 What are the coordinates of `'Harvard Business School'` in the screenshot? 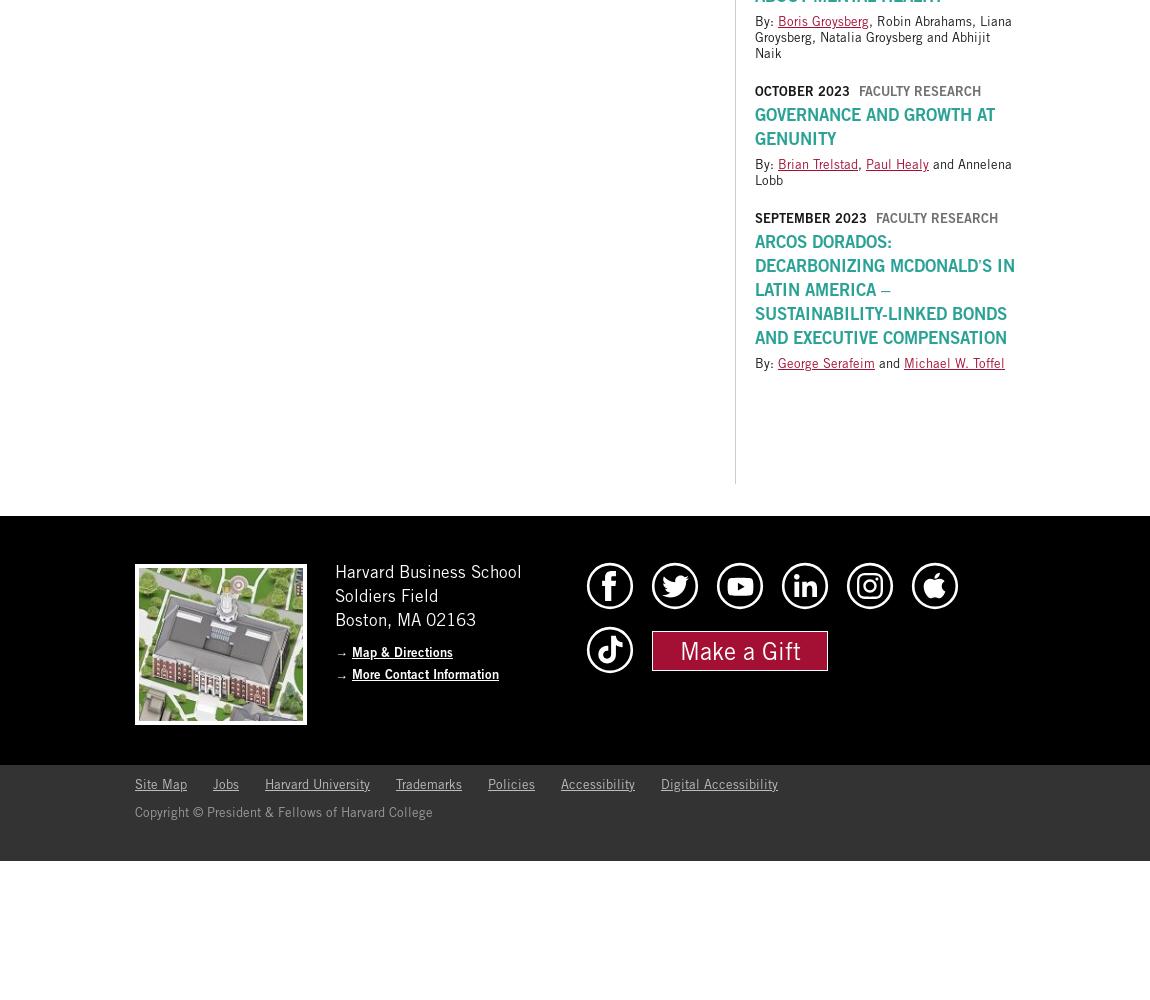 It's located at (428, 571).